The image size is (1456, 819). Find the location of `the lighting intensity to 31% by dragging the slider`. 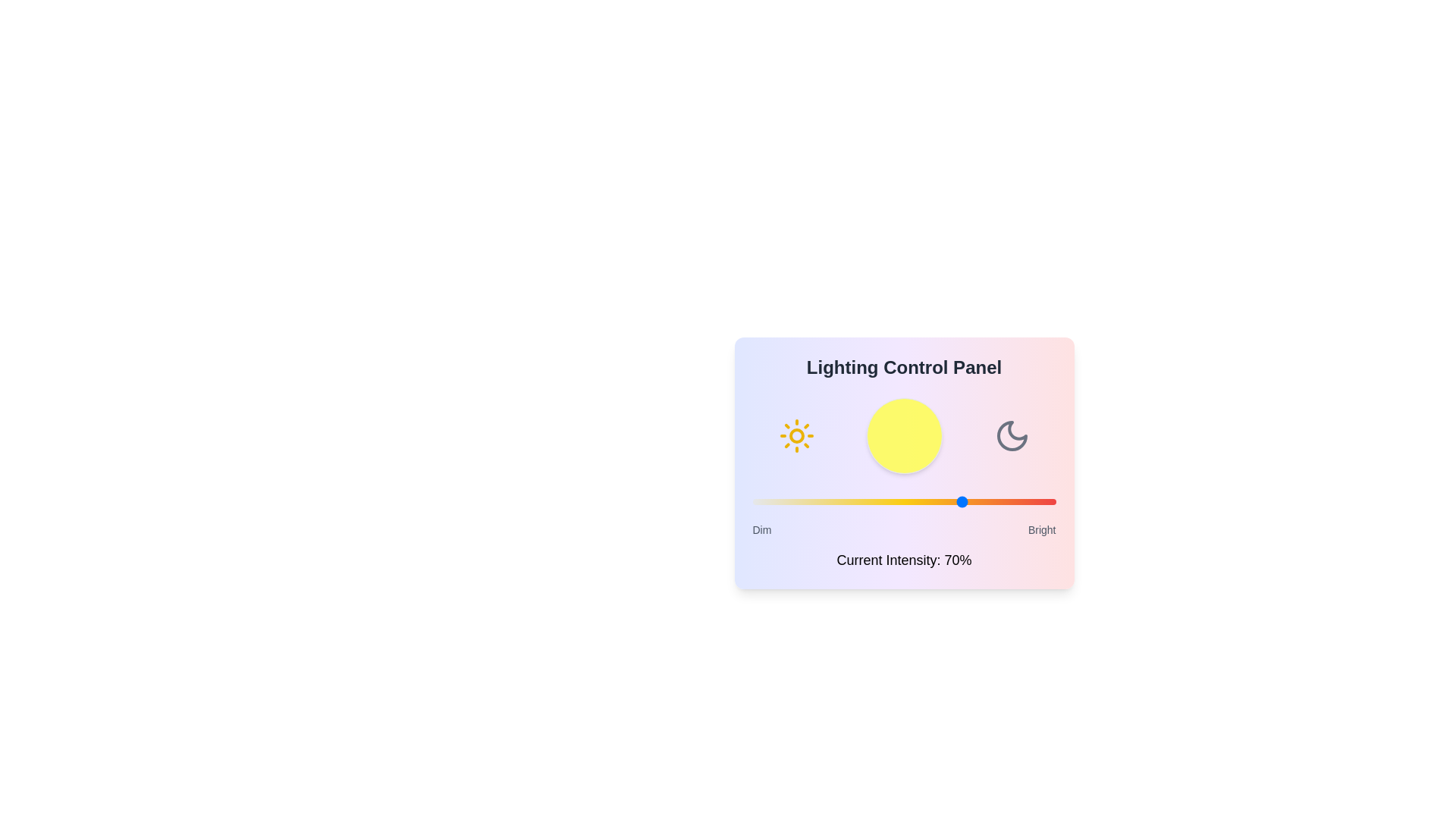

the lighting intensity to 31% by dragging the slider is located at coordinates (846, 502).